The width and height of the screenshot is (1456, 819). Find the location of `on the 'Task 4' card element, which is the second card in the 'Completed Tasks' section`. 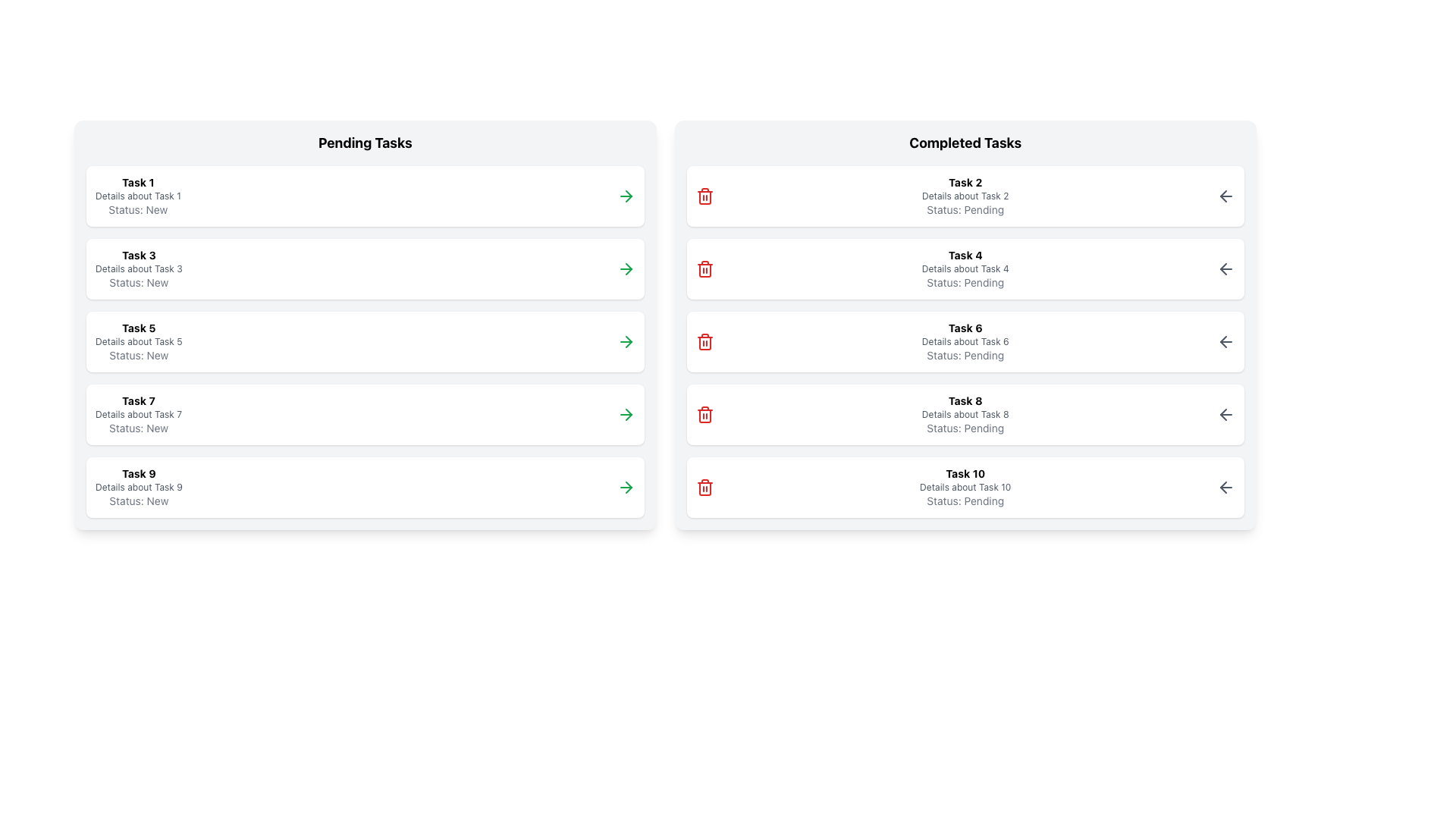

on the 'Task 4' card element, which is the second card in the 'Completed Tasks' section is located at coordinates (965, 268).